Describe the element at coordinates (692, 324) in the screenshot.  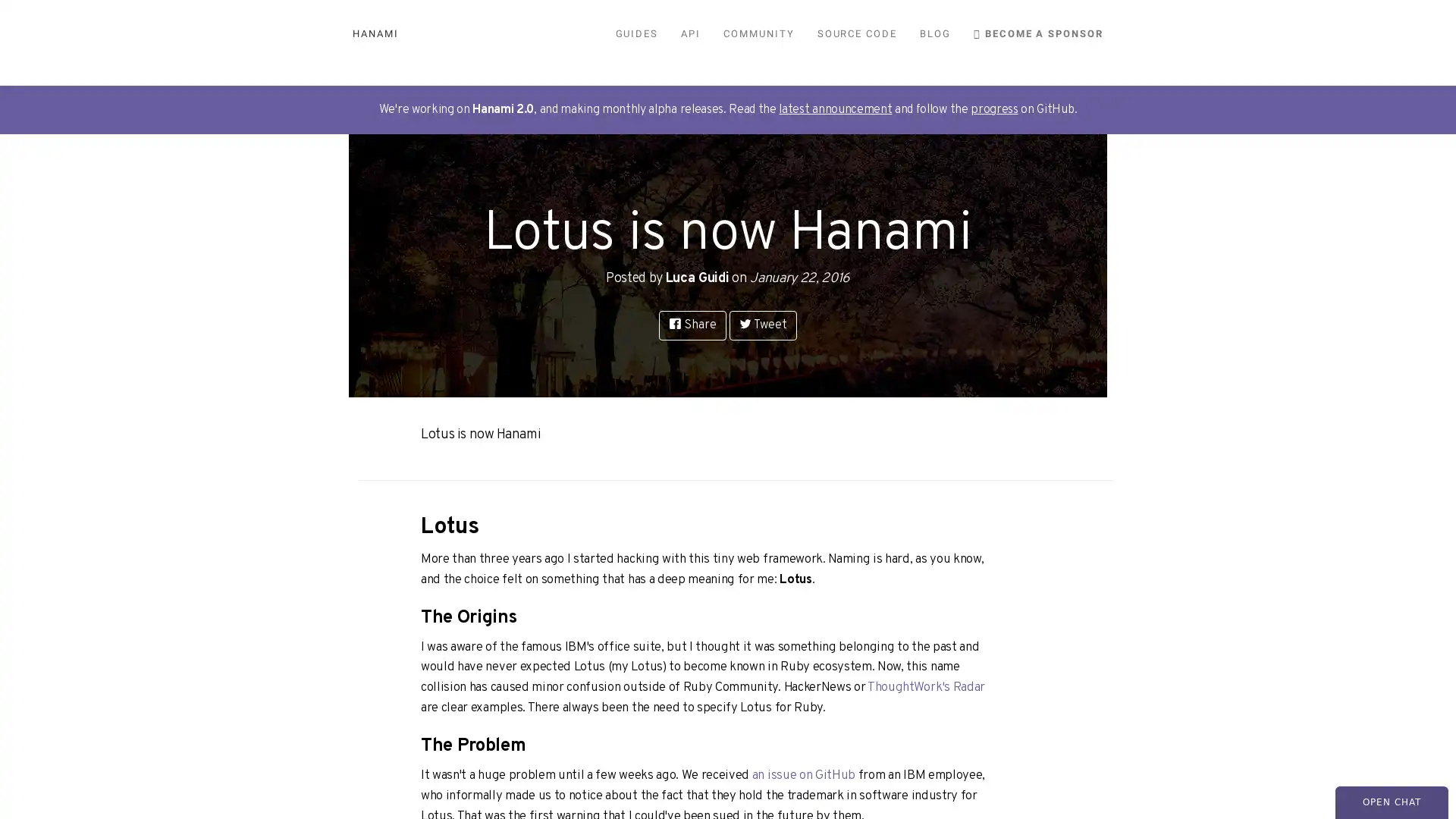
I see `Share` at that location.